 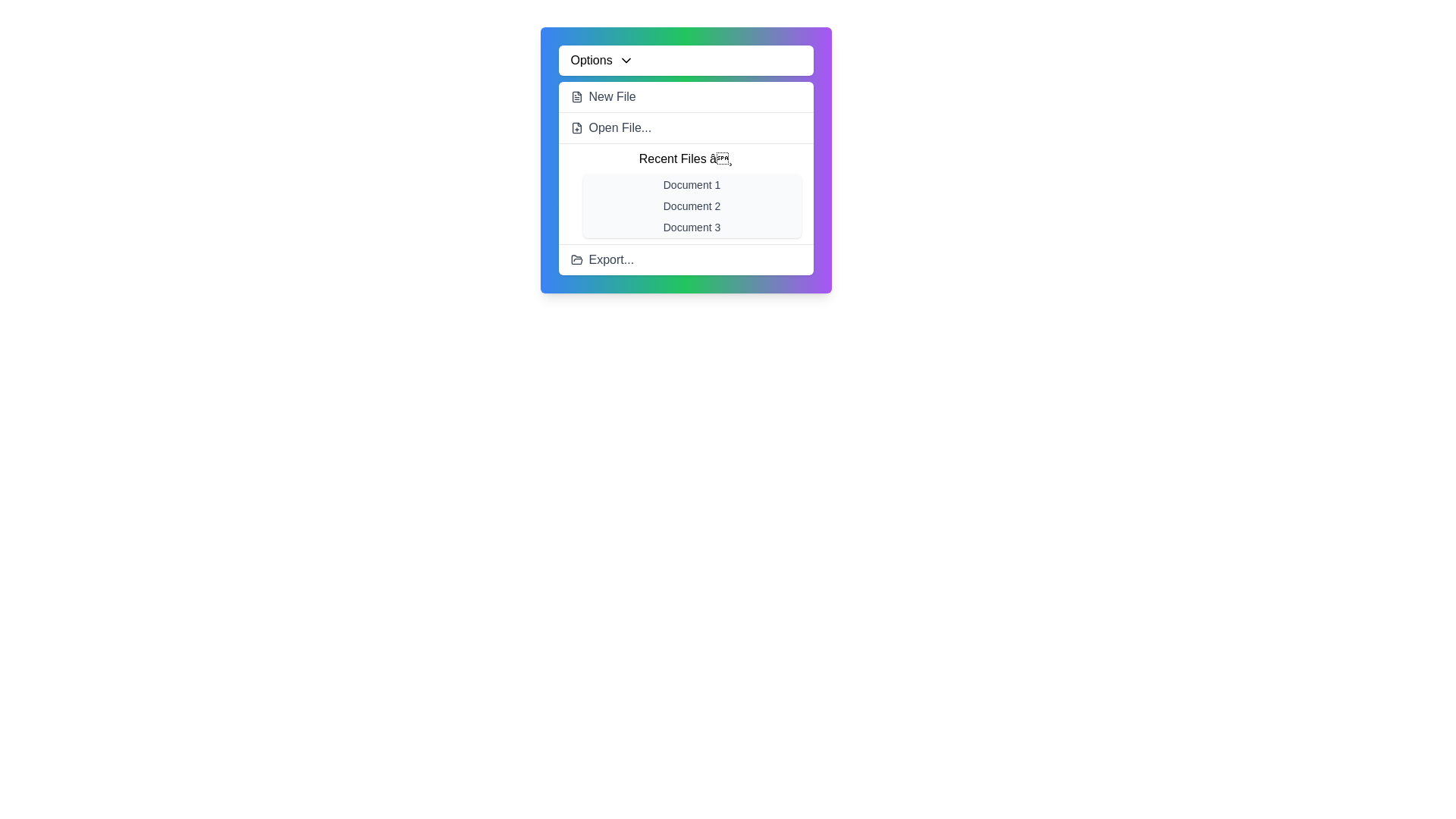 I want to click on the chevron-down icon located to the right of the 'Options' text in the prominent button at the top of the dropdown menu, so click(x=626, y=60).